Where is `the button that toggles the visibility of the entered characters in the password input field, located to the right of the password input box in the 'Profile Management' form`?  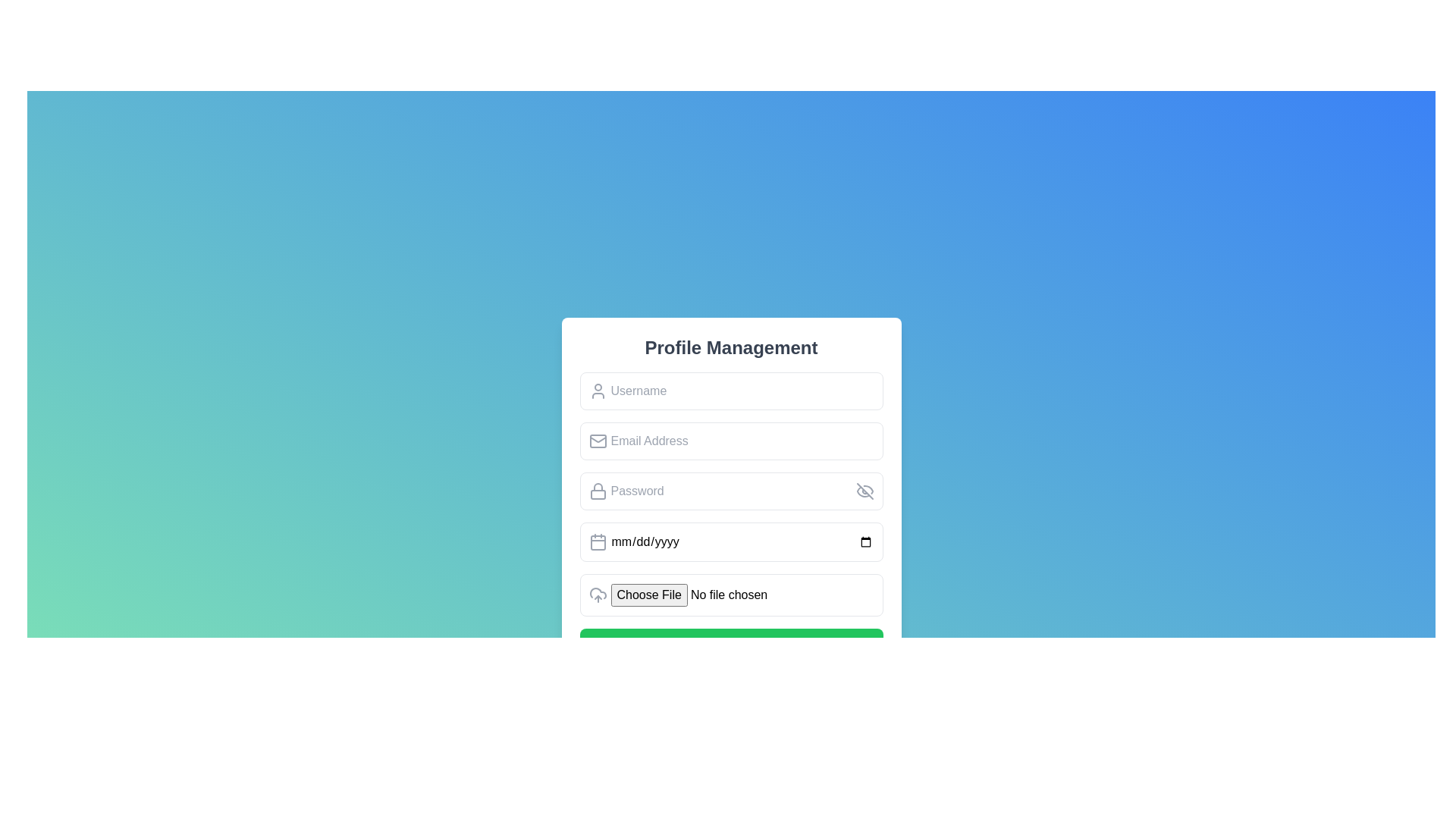
the button that toggles the visibility of the entered characters in the password input field, located to the right of the password input box in the 'Profile Management' form is located at coordinates (864, 491).